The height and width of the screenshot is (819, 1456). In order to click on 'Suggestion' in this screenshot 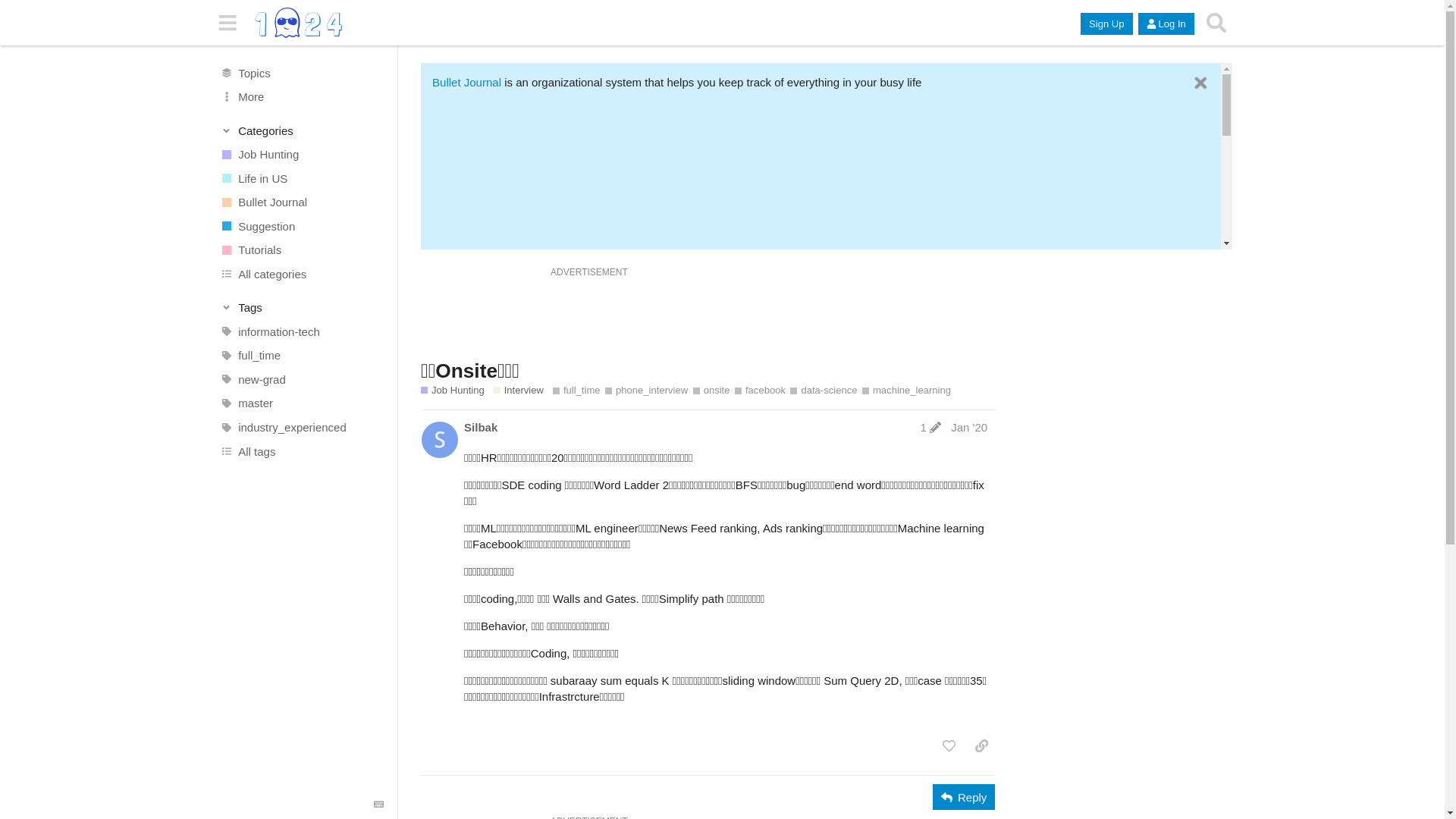, I will do `click(301, 225)`.